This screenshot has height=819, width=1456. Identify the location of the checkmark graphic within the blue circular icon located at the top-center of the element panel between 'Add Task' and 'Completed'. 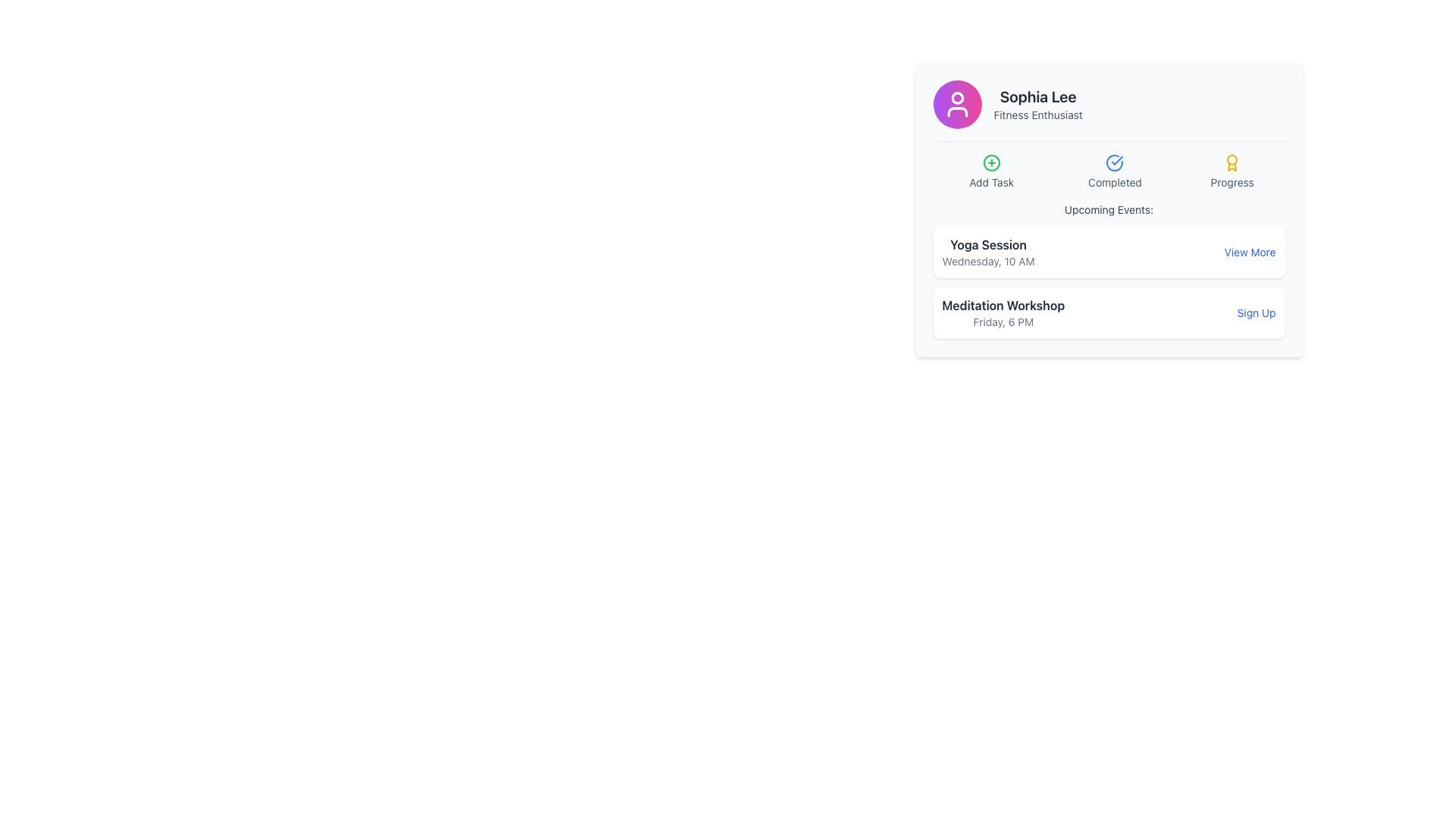
(1117, 161).